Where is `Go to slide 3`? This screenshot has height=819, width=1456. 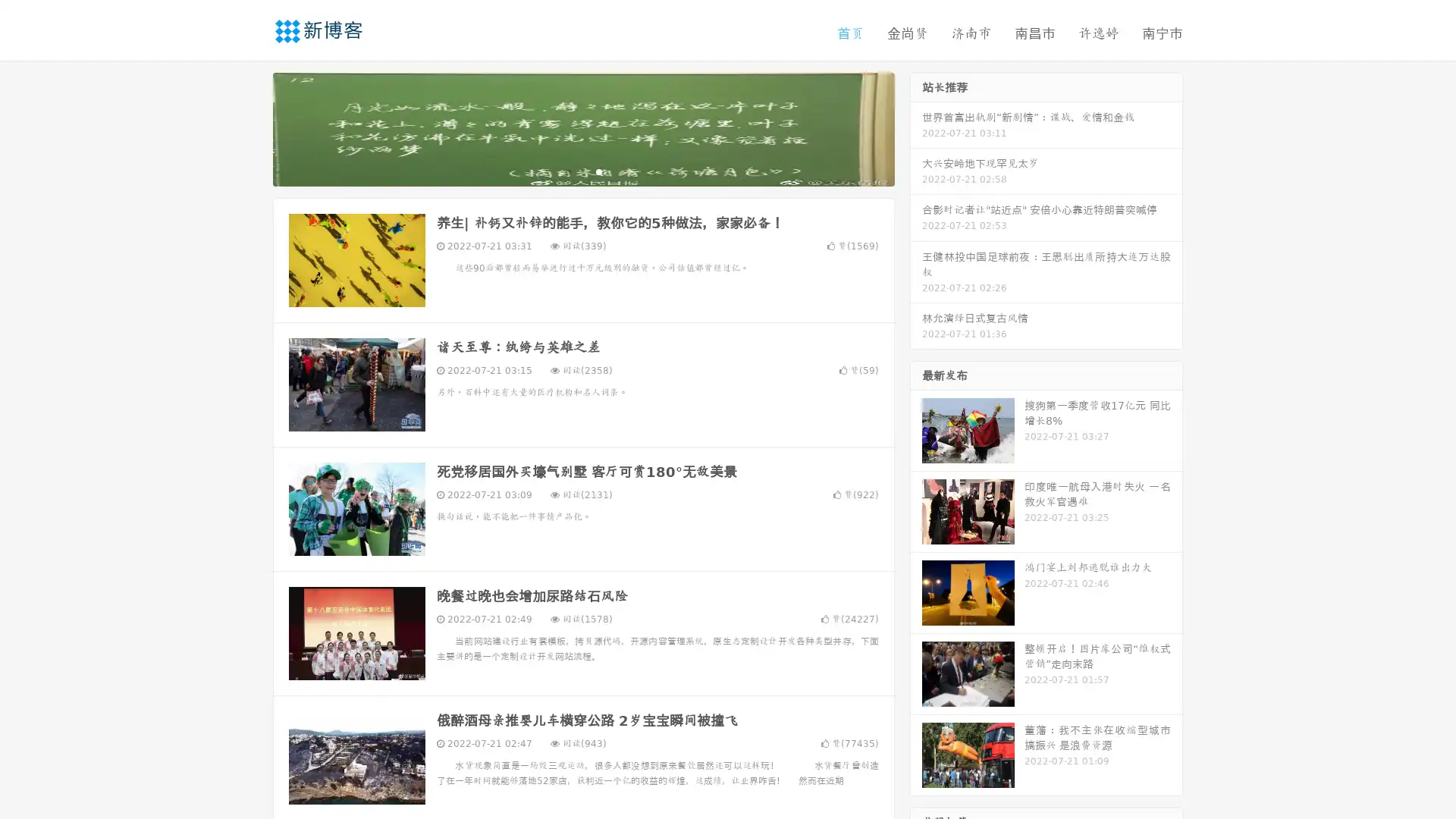
Go to slide 3 is located at coordinates (598, 171).